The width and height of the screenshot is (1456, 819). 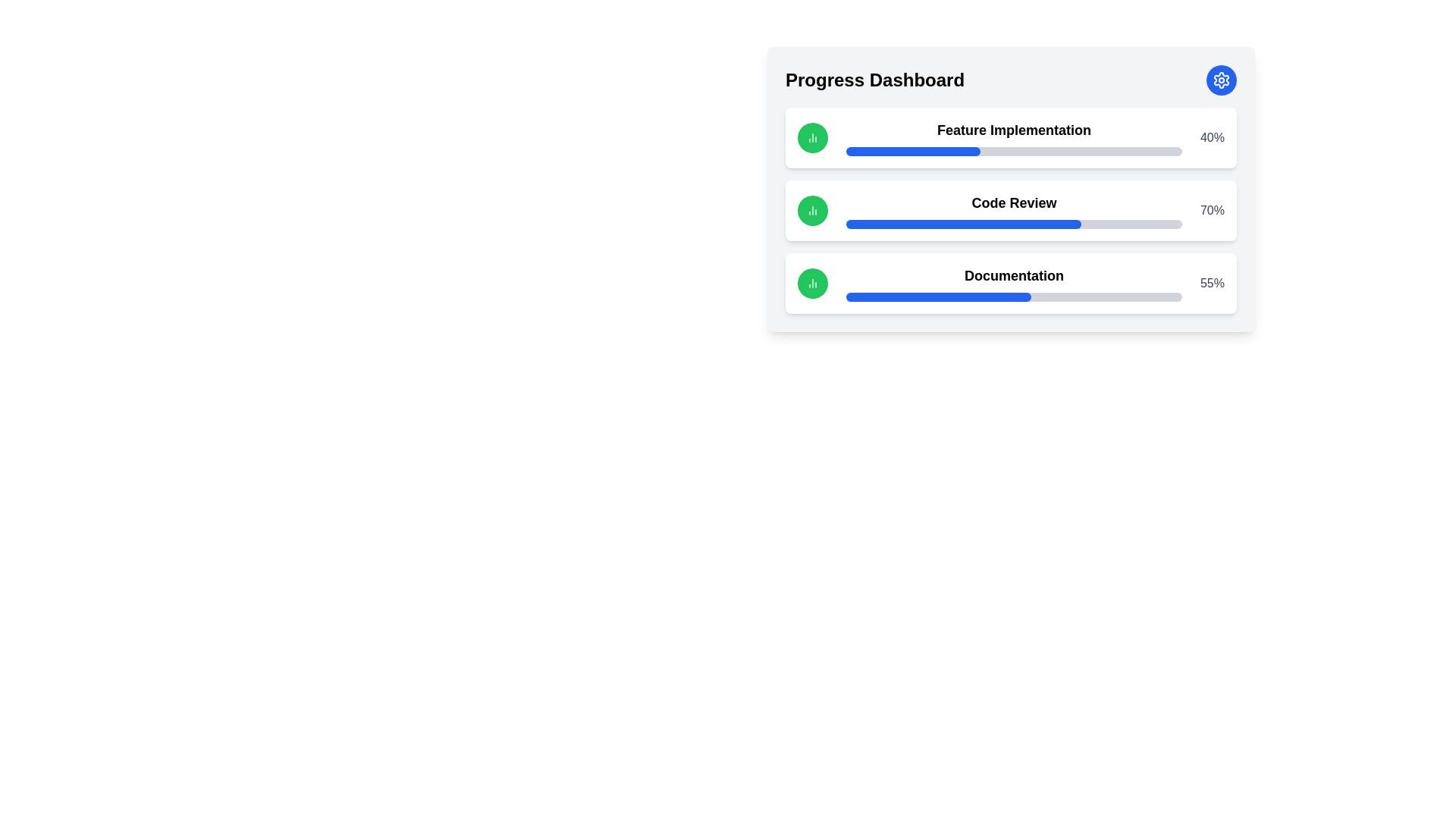 What do you see at coordinates (811, 210) in the screenshot?
I see `the circular green icon with a white chart-like symbol at its center, located on the 'Code Review' card in the progress dashboard interface` at bounding box center [811, 210].